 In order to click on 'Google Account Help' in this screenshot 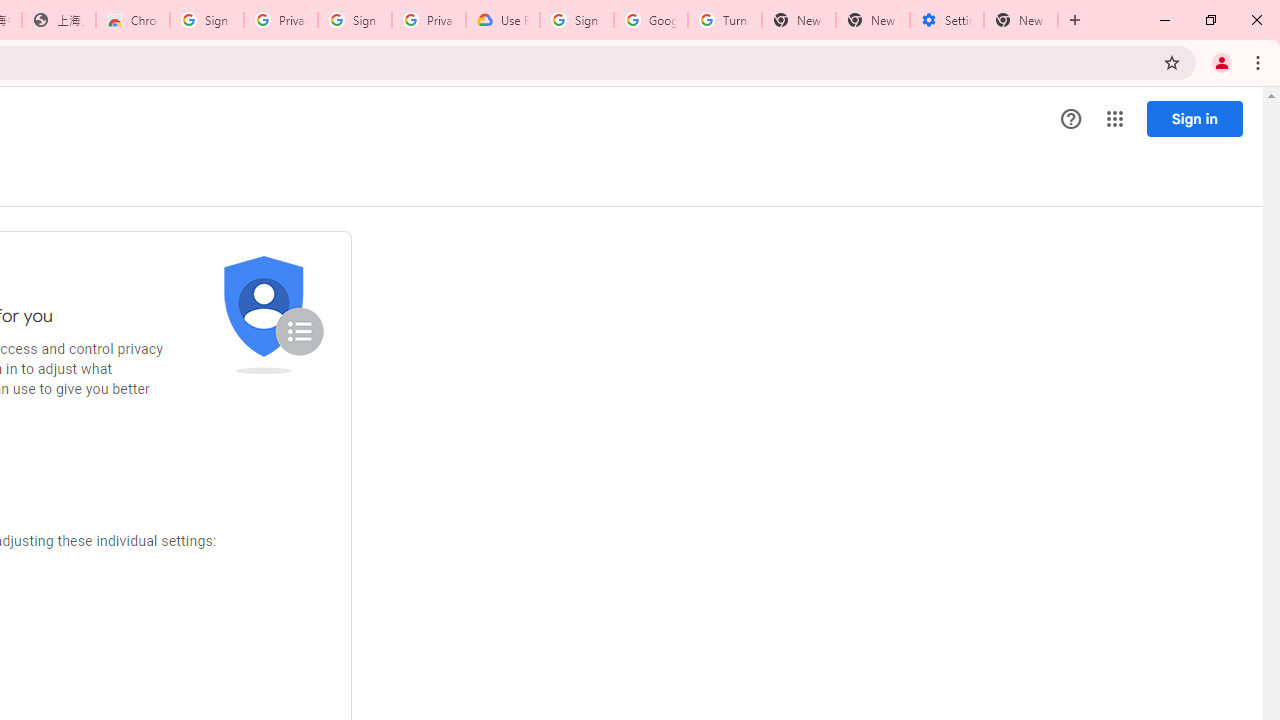, I will do `click(651, 20)`.